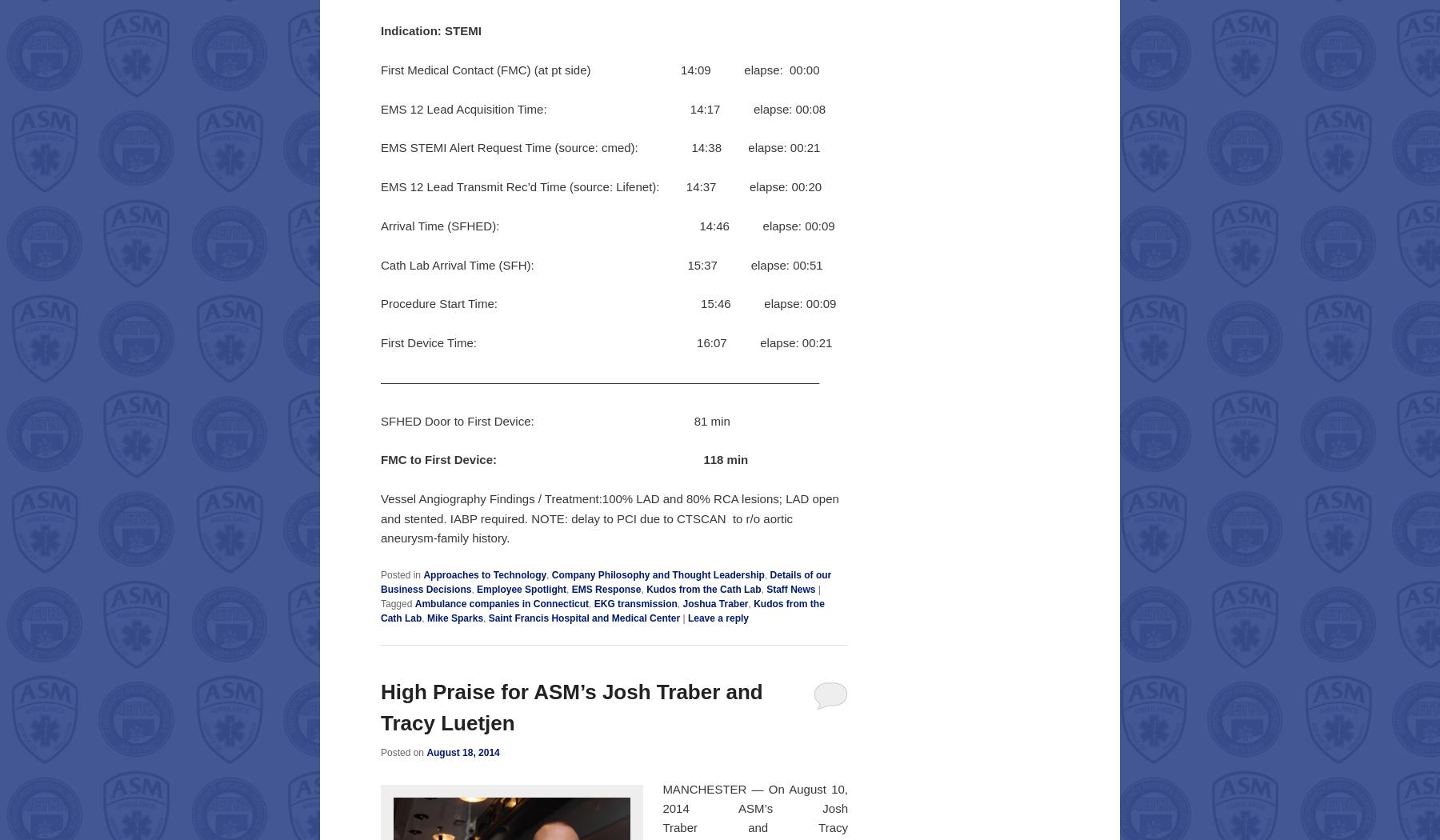 The width and height of the screenshot is (1440, 840). Describe the element at coordinates (563, 458) in the screenshot. I see `'FMC to First Device:                                                              118 min'` at that location.